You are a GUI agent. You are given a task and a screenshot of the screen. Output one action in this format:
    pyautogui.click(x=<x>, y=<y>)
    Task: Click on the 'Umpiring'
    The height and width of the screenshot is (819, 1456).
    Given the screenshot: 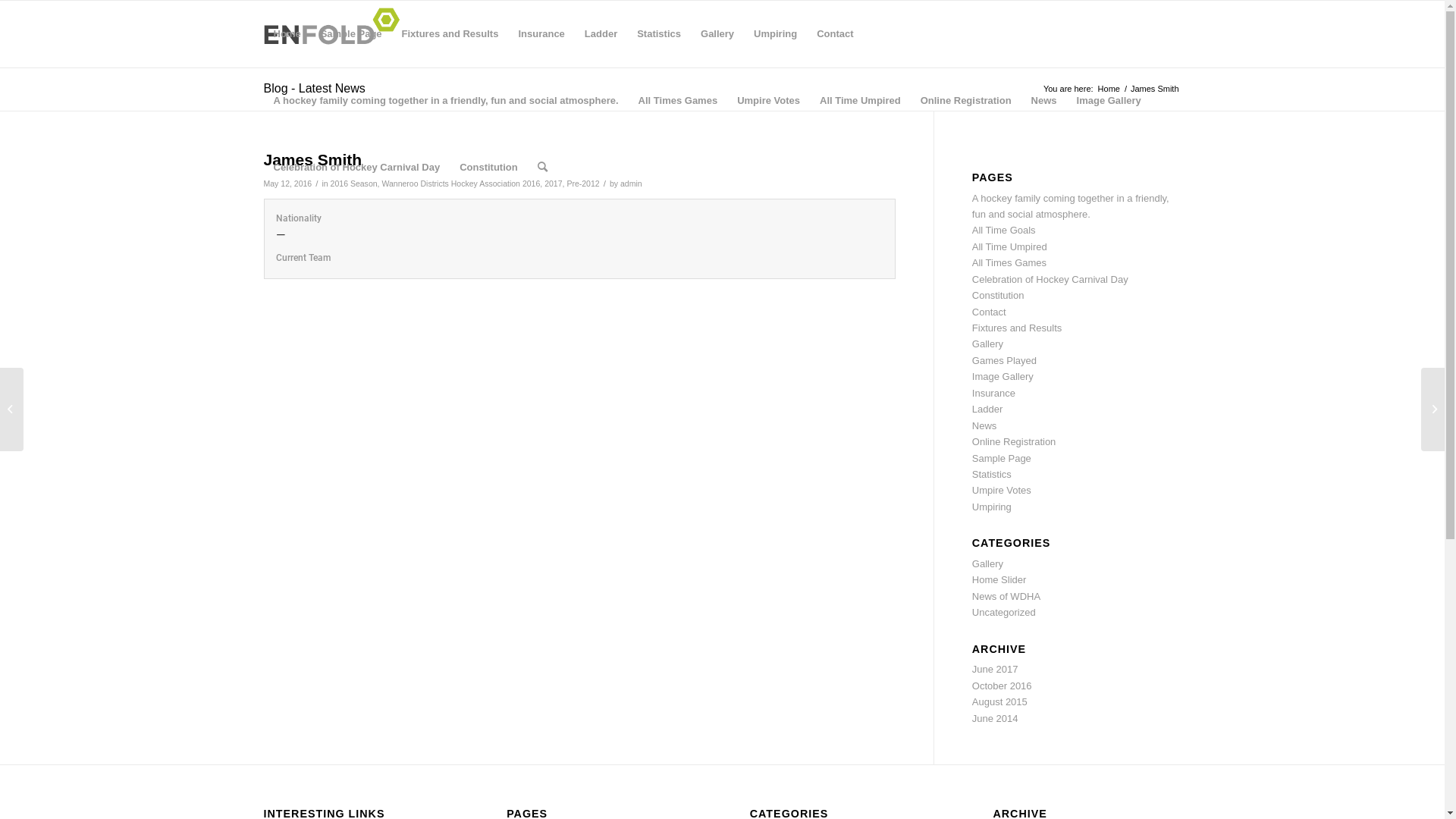 What is the action you would take?
    pyautogui.click(x=992, y=507)
    